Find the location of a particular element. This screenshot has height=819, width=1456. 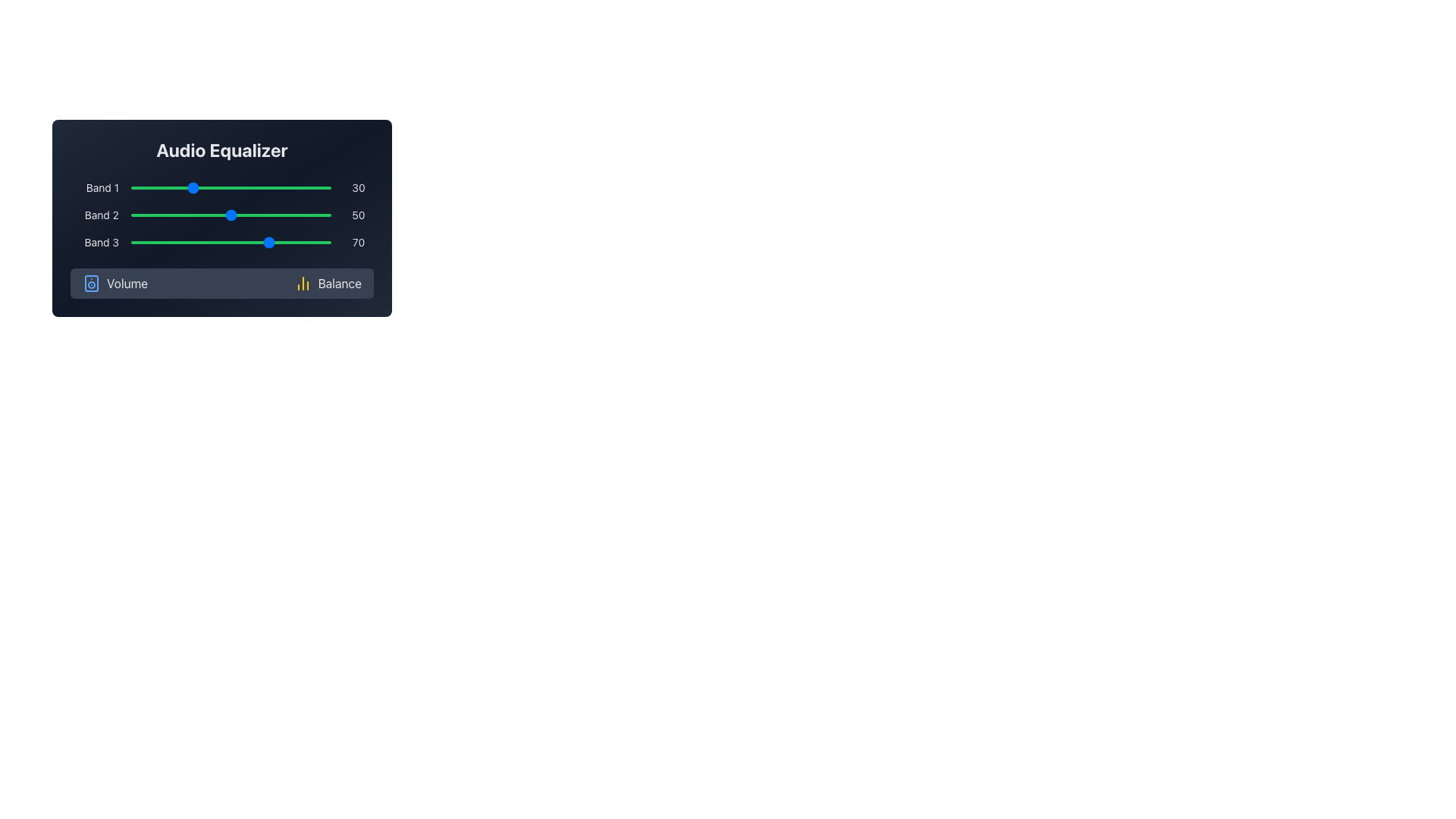

the horizontal green slider for Band 3 is located at coordinates (231, 242).